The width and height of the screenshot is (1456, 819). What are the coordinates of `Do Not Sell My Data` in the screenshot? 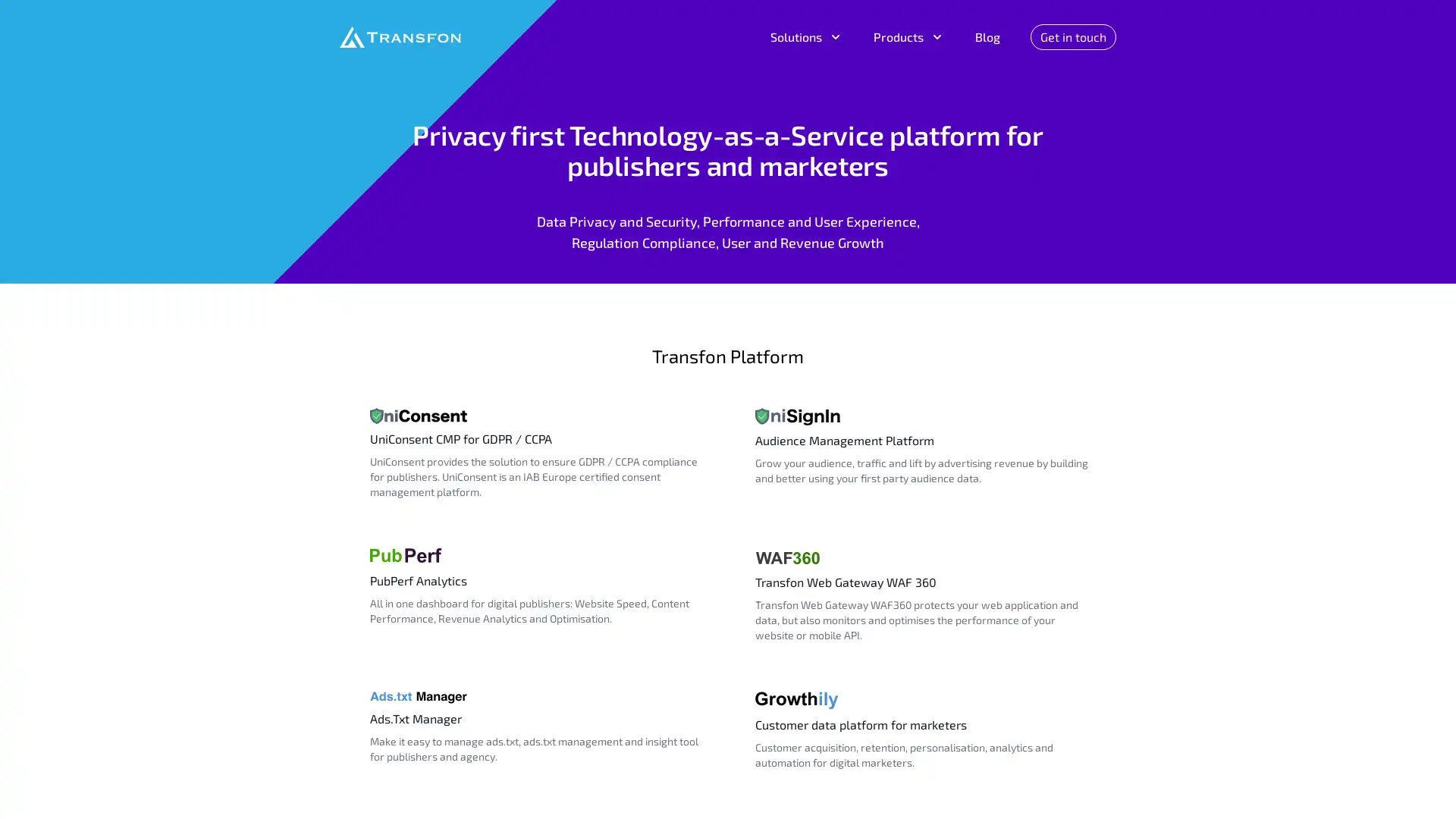 It's located at (102, 791).